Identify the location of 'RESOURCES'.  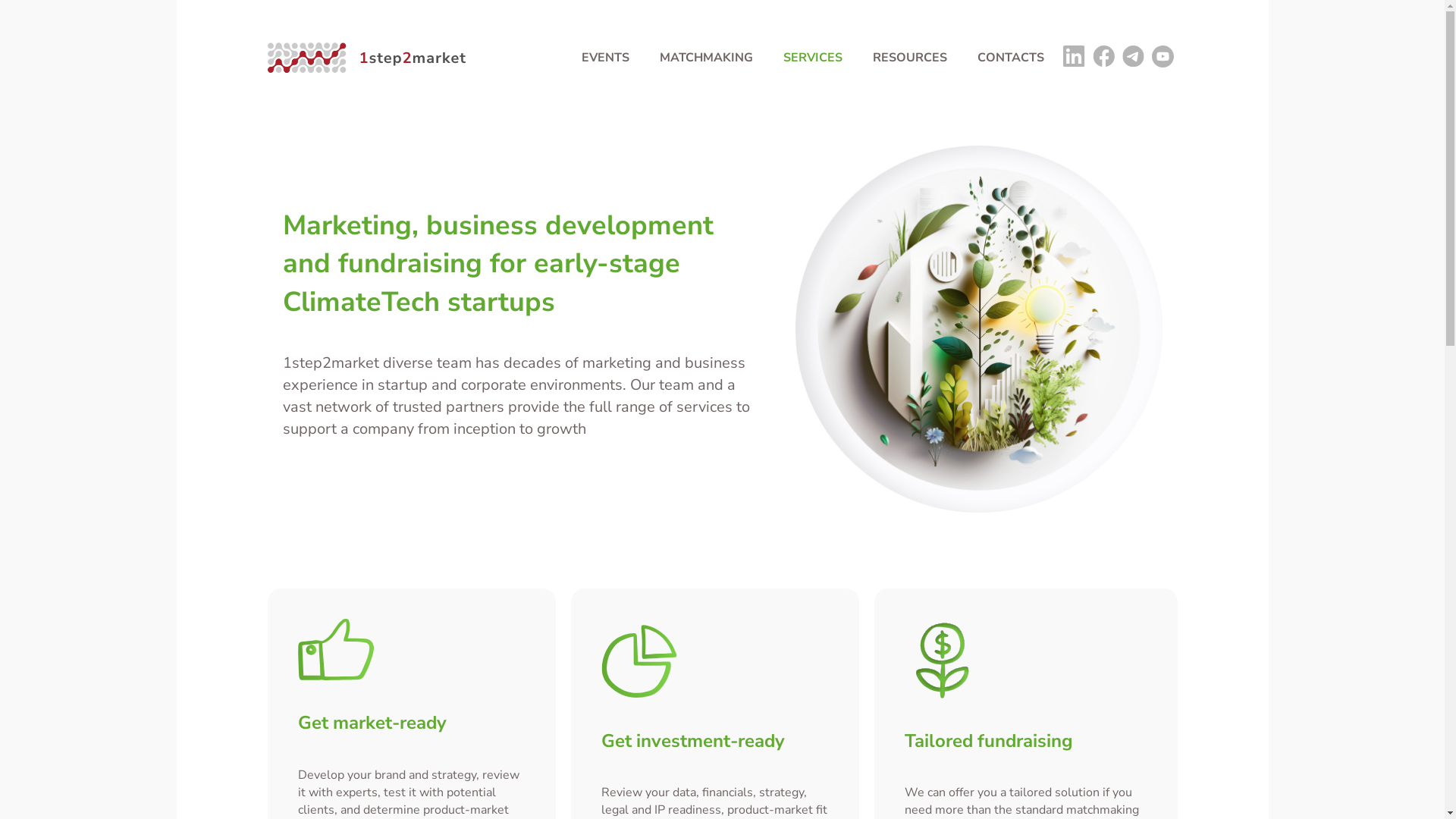
(909, 57).